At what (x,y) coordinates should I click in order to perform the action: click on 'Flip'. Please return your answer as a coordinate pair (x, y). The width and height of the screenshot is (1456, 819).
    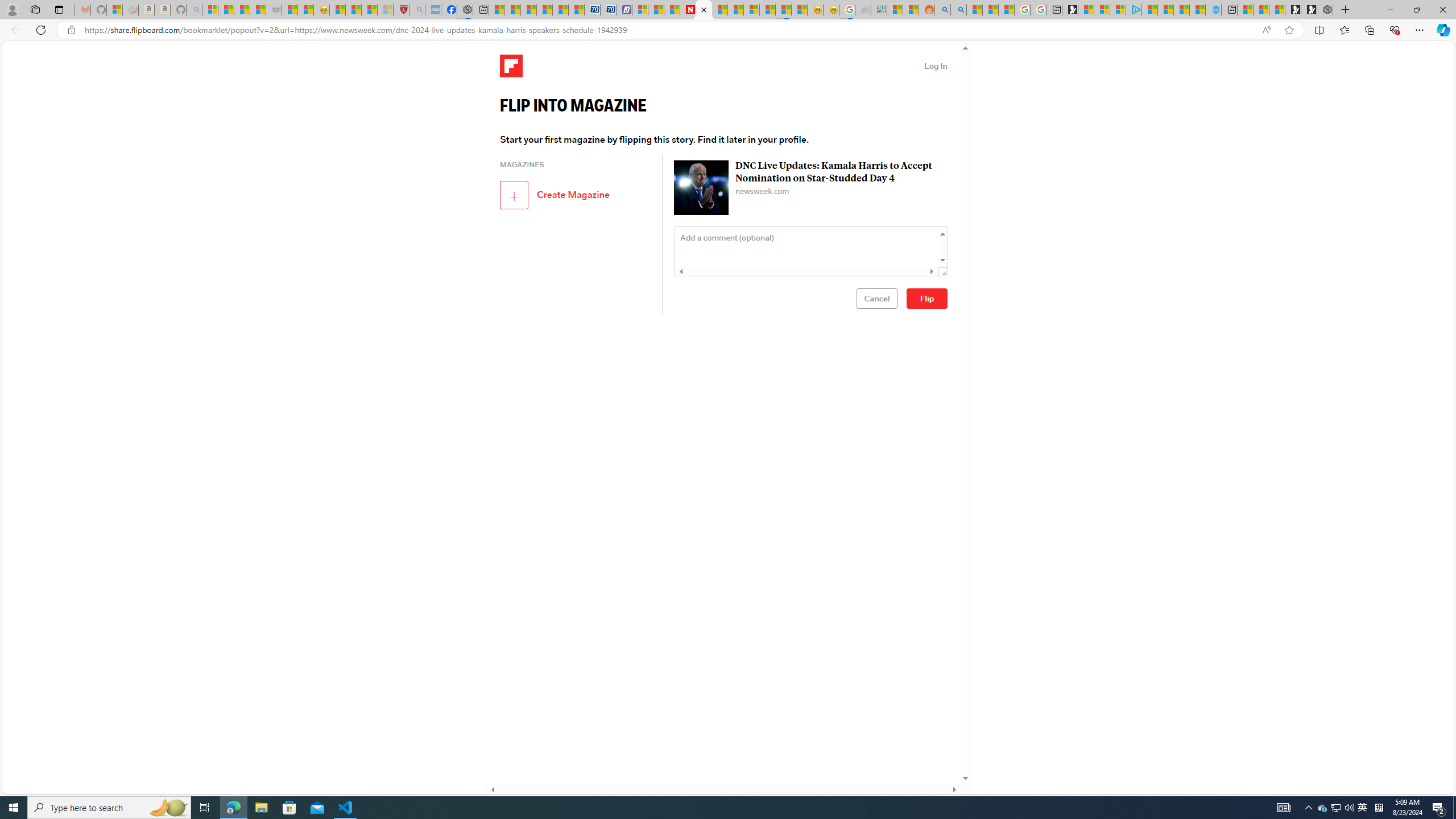
    Looking at the image, I should click on (927, 298).